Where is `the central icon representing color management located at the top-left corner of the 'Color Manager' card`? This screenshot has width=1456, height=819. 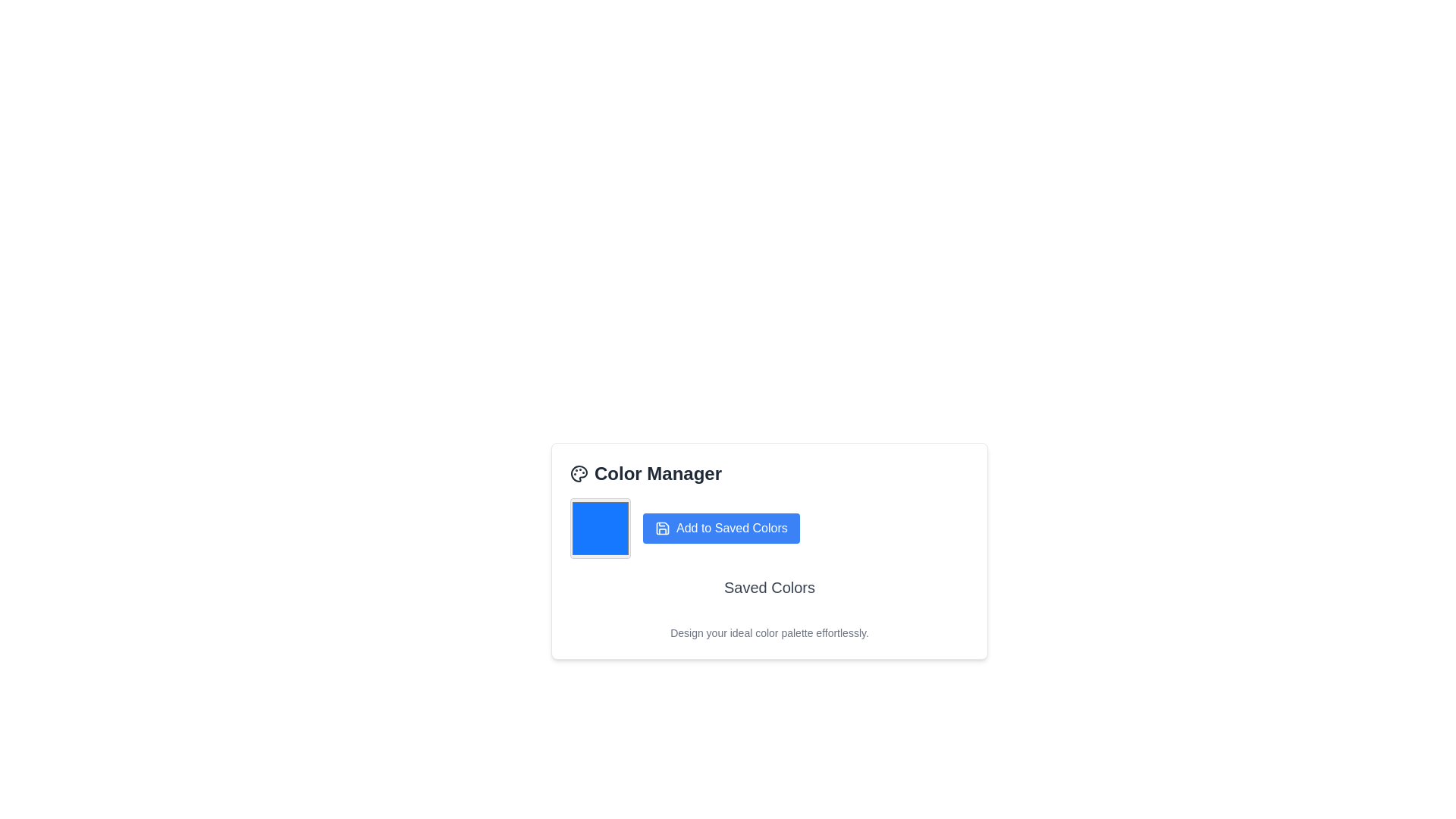 the central icon representing color management located at the top-left corner of the 'Color Manager' card is located at coordinates (578, 472).